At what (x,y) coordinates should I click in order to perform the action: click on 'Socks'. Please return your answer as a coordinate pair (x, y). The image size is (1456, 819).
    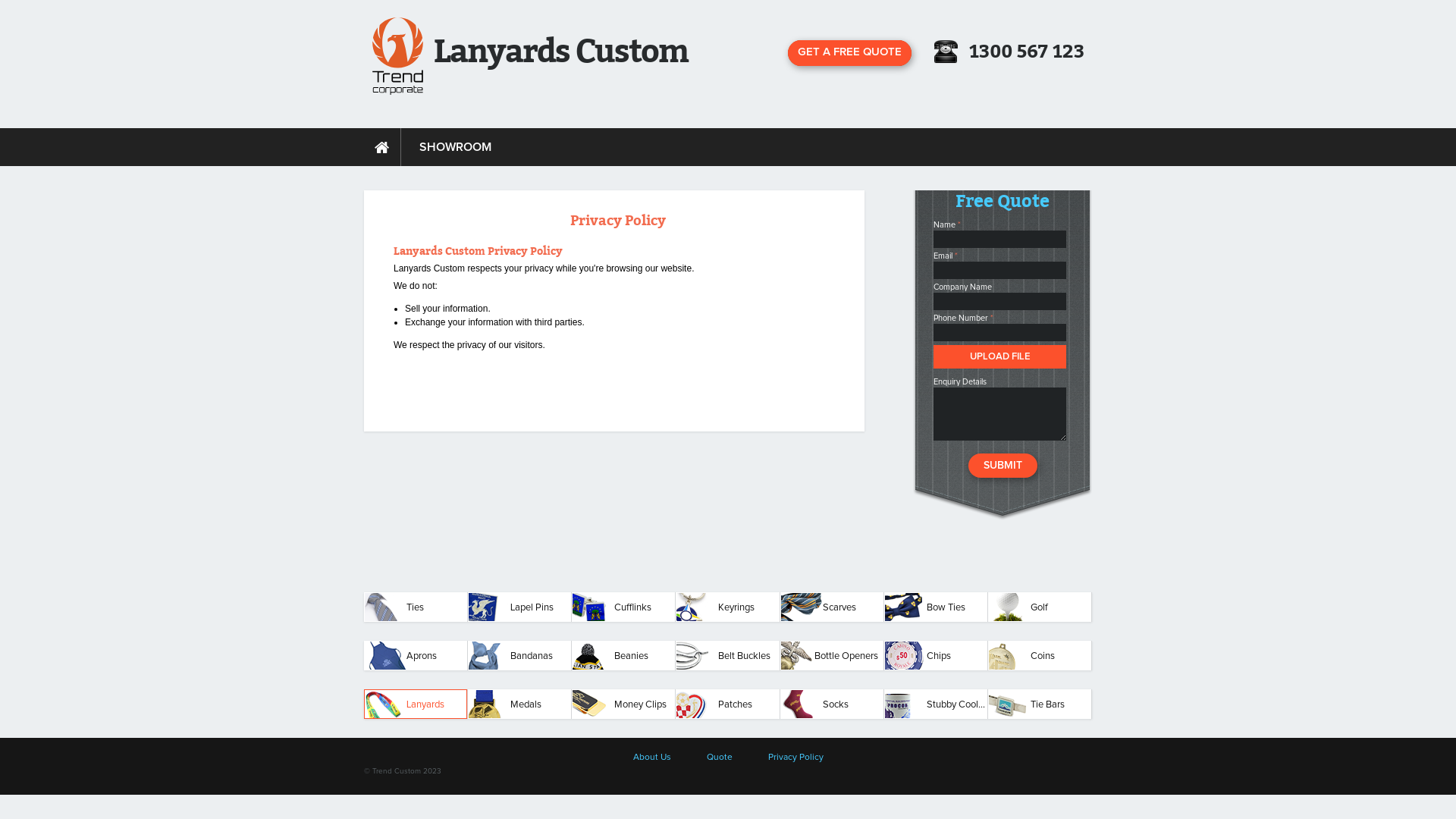
    Looking at the image, I should click on (831, 704).